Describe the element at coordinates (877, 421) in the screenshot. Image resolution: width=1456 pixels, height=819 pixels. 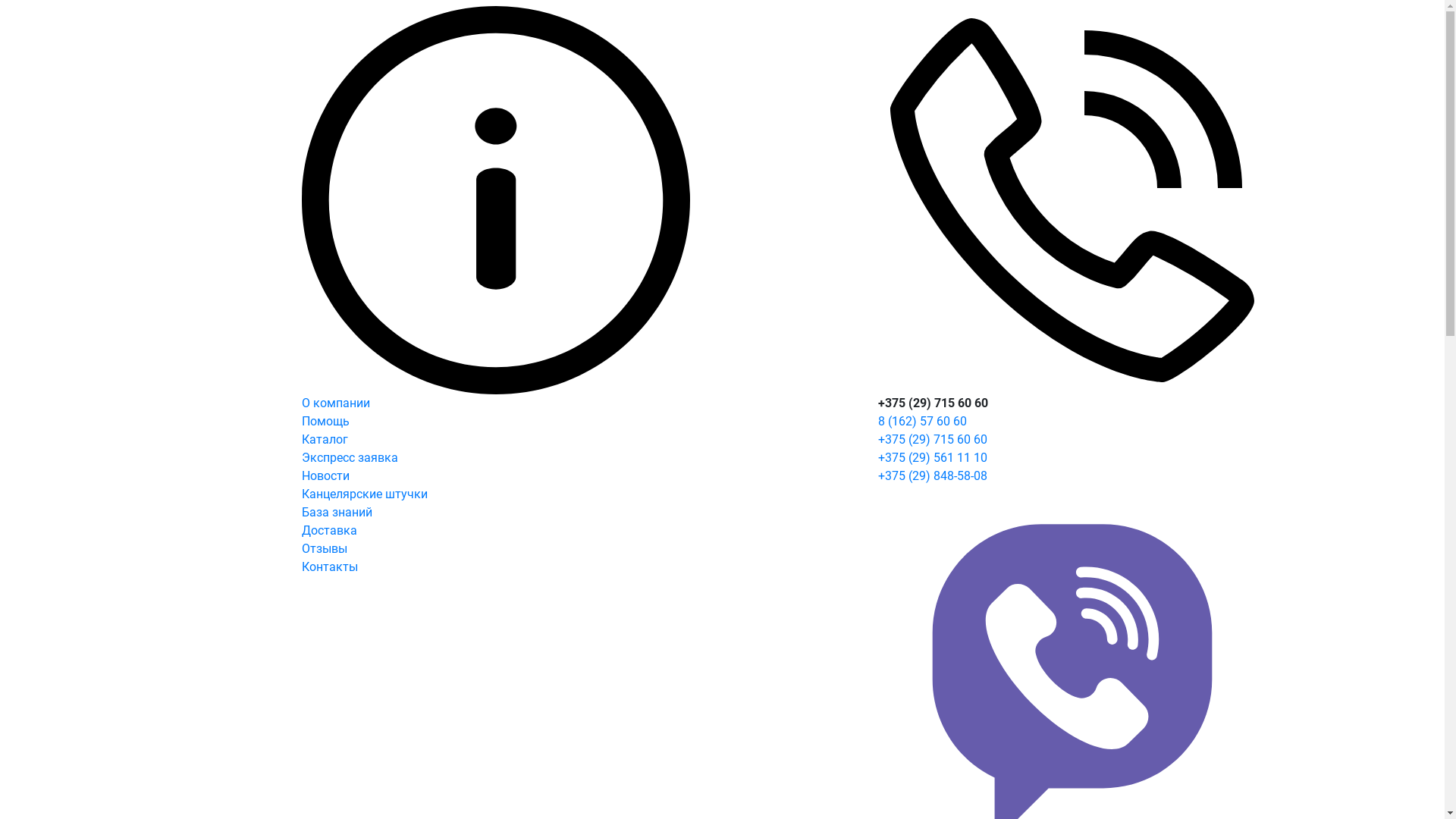
I see `'8 (162) 57 60 60'` at that location.